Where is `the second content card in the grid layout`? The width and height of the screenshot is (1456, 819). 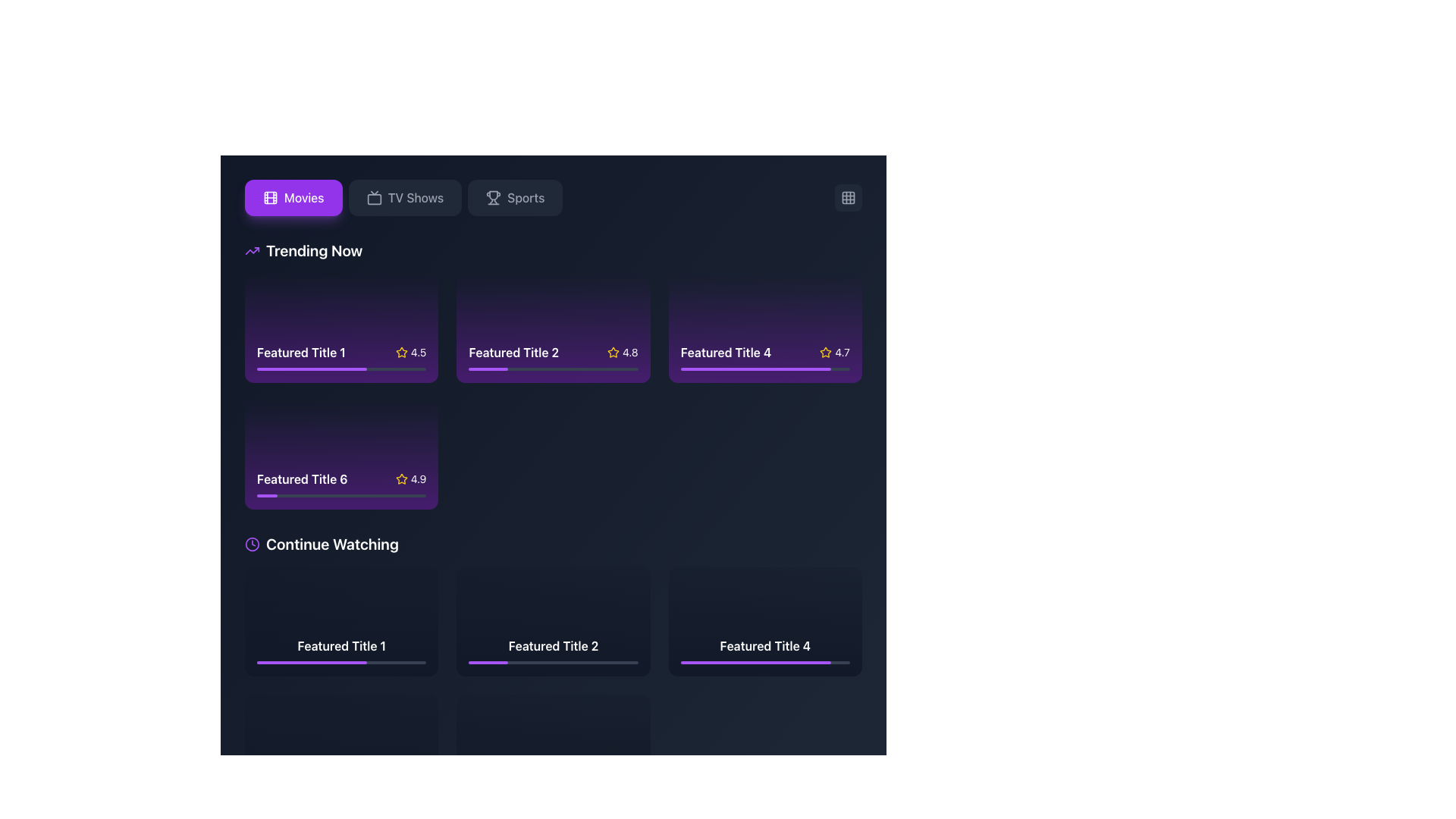 the second content card in the grid layout is located at coordinates (552, 622).